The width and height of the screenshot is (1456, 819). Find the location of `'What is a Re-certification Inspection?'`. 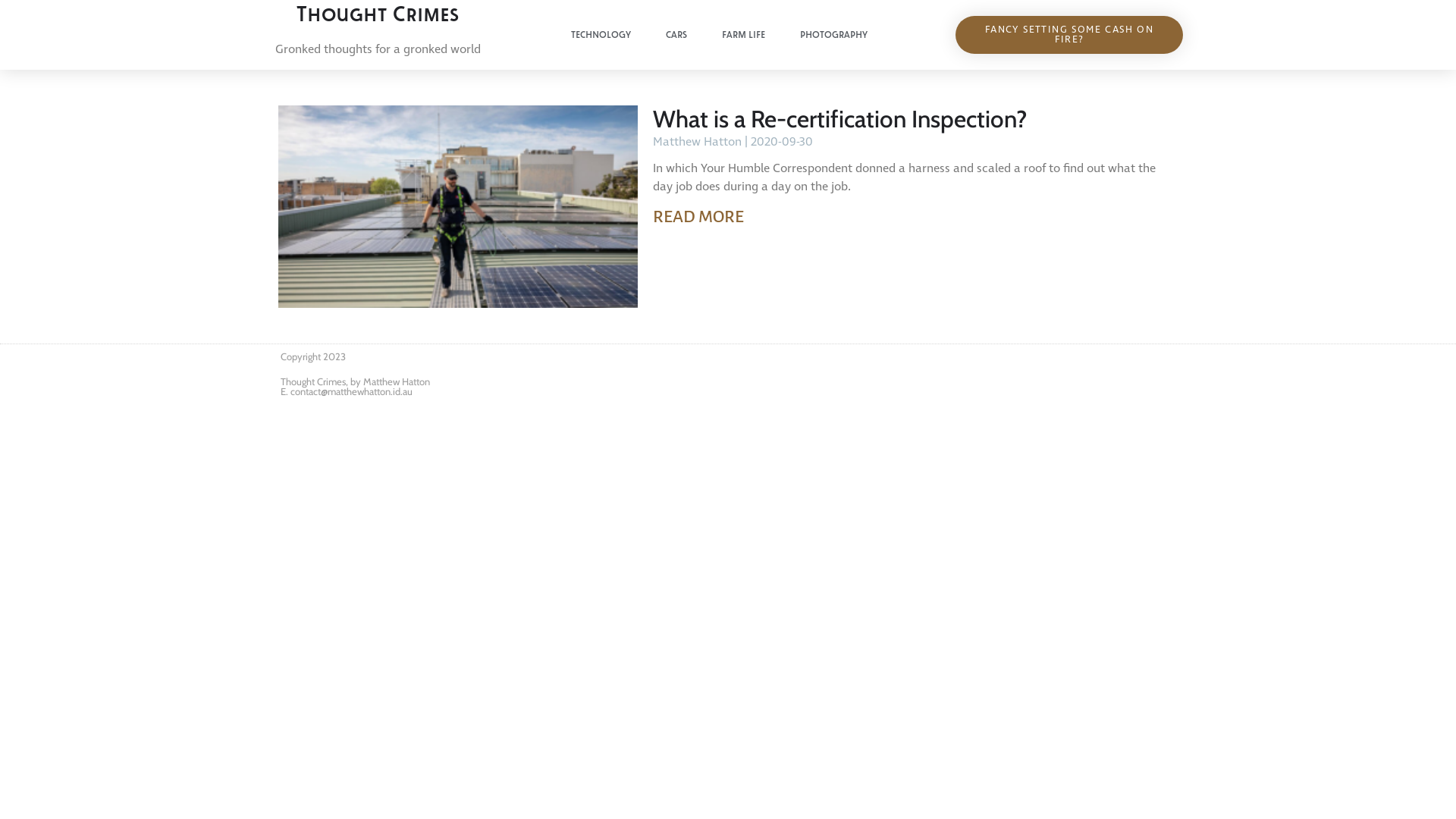

'What is a Re-certification Inspection?' is located at coordinates (839, 118).